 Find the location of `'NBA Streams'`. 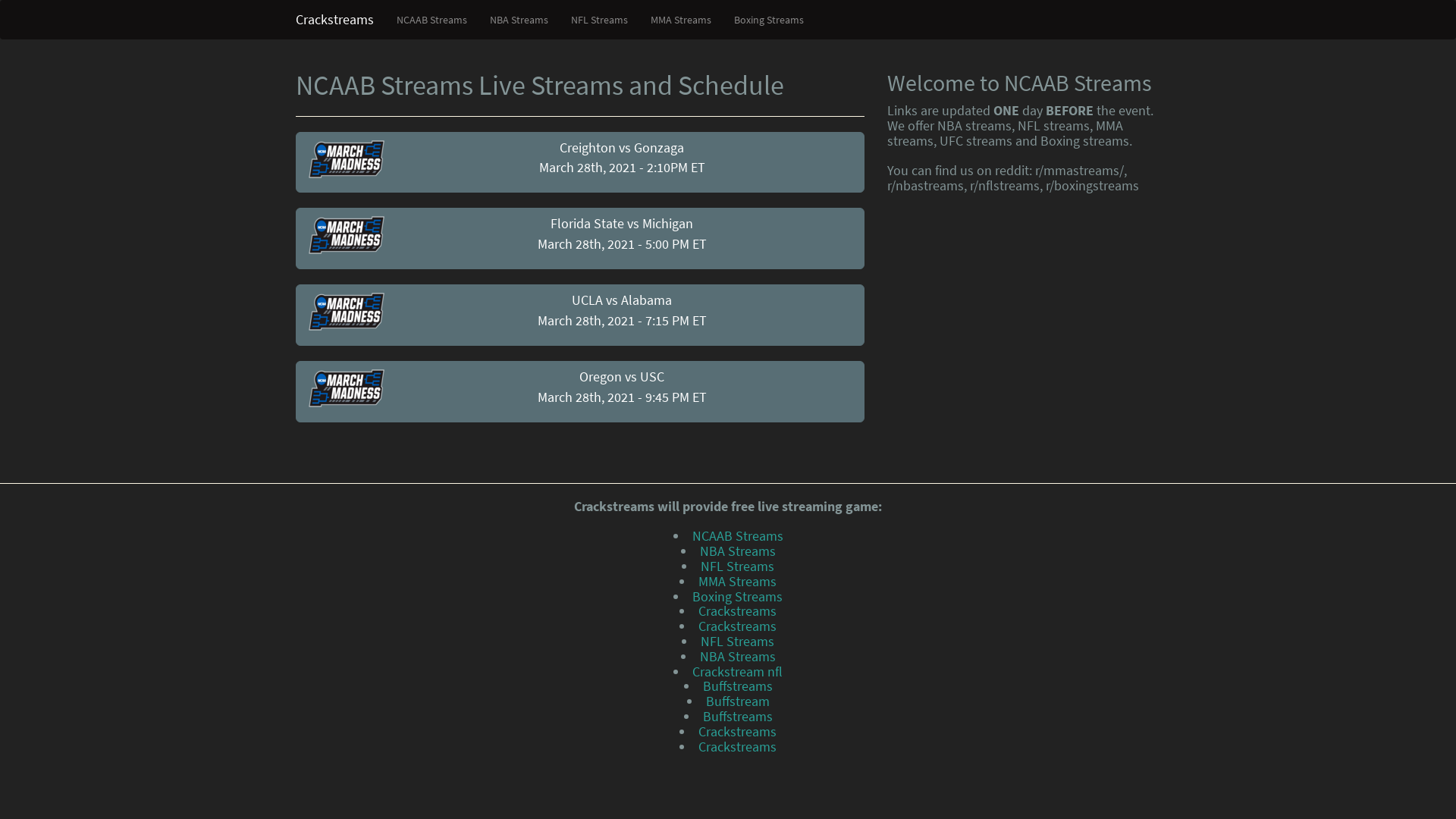

'NBA Streams' is located at coordinates (519, 20).